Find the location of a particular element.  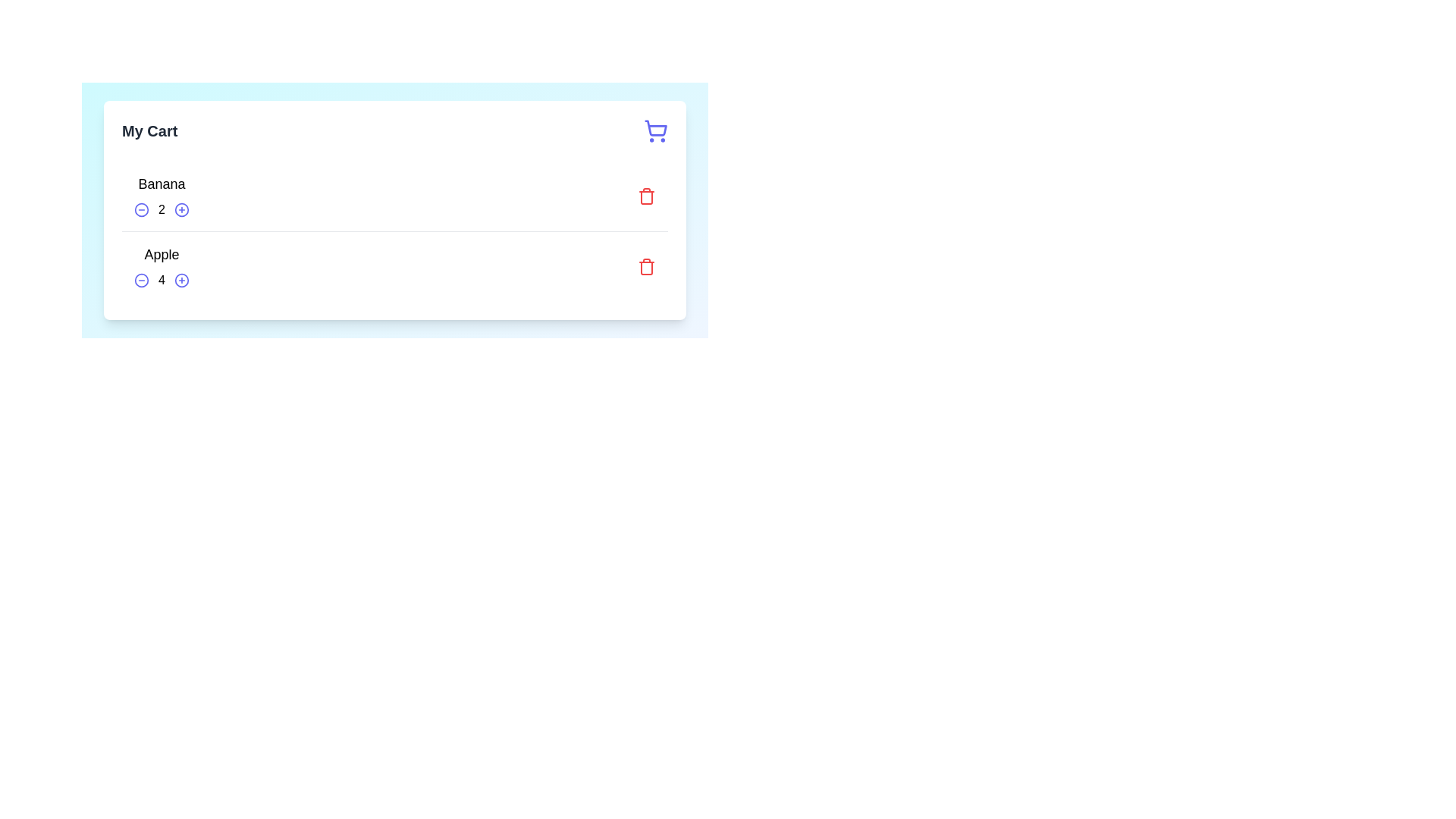

the purple shopping cart icon located at the top-right corner of the 'My Cart' heading section, adjacent to the 'My Cart' title text is located at coordinates (655, 130).